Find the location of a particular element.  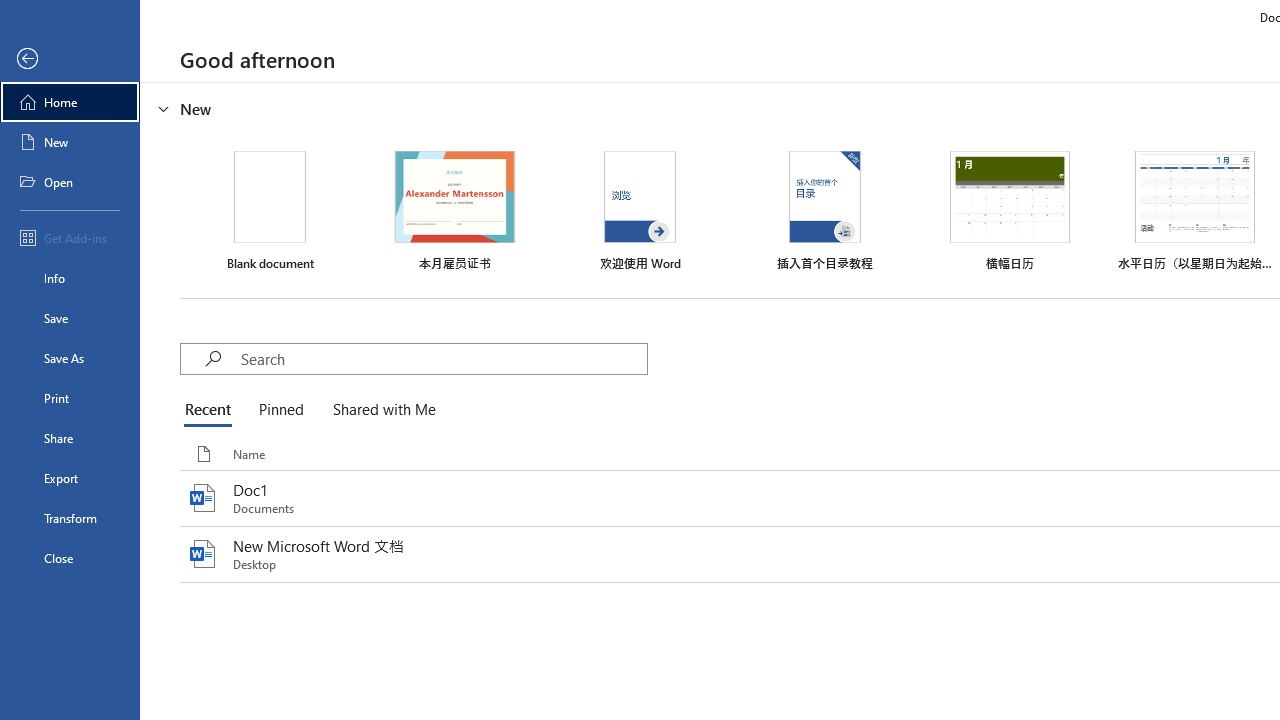

'Blank document' is located at coordinates (269, 211).